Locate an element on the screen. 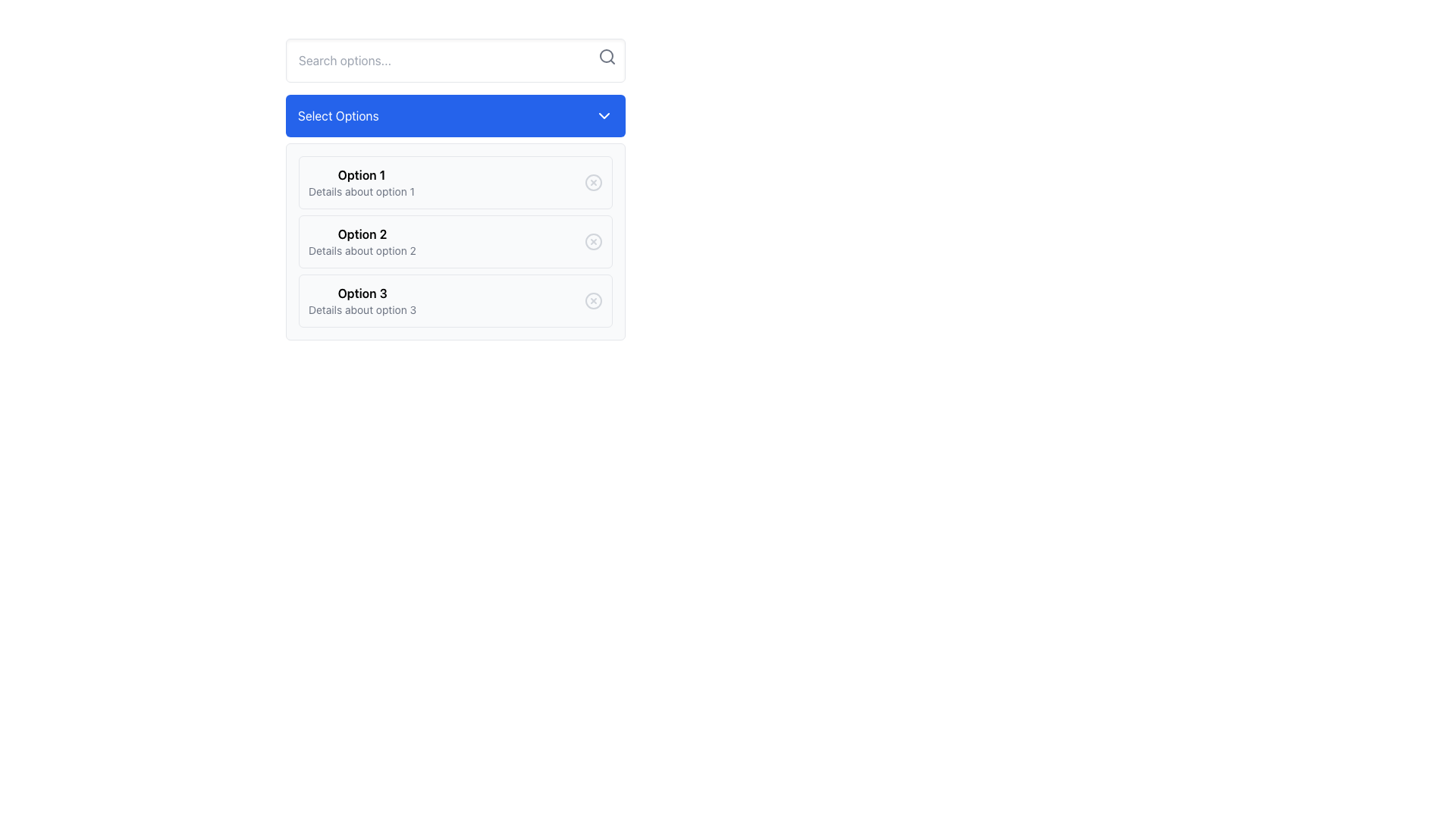 The height and width of the screenshot is (819, 1456). the third selectable list item with a dismiss option, located below 'Option 2' is located at coordinates (454, 301).